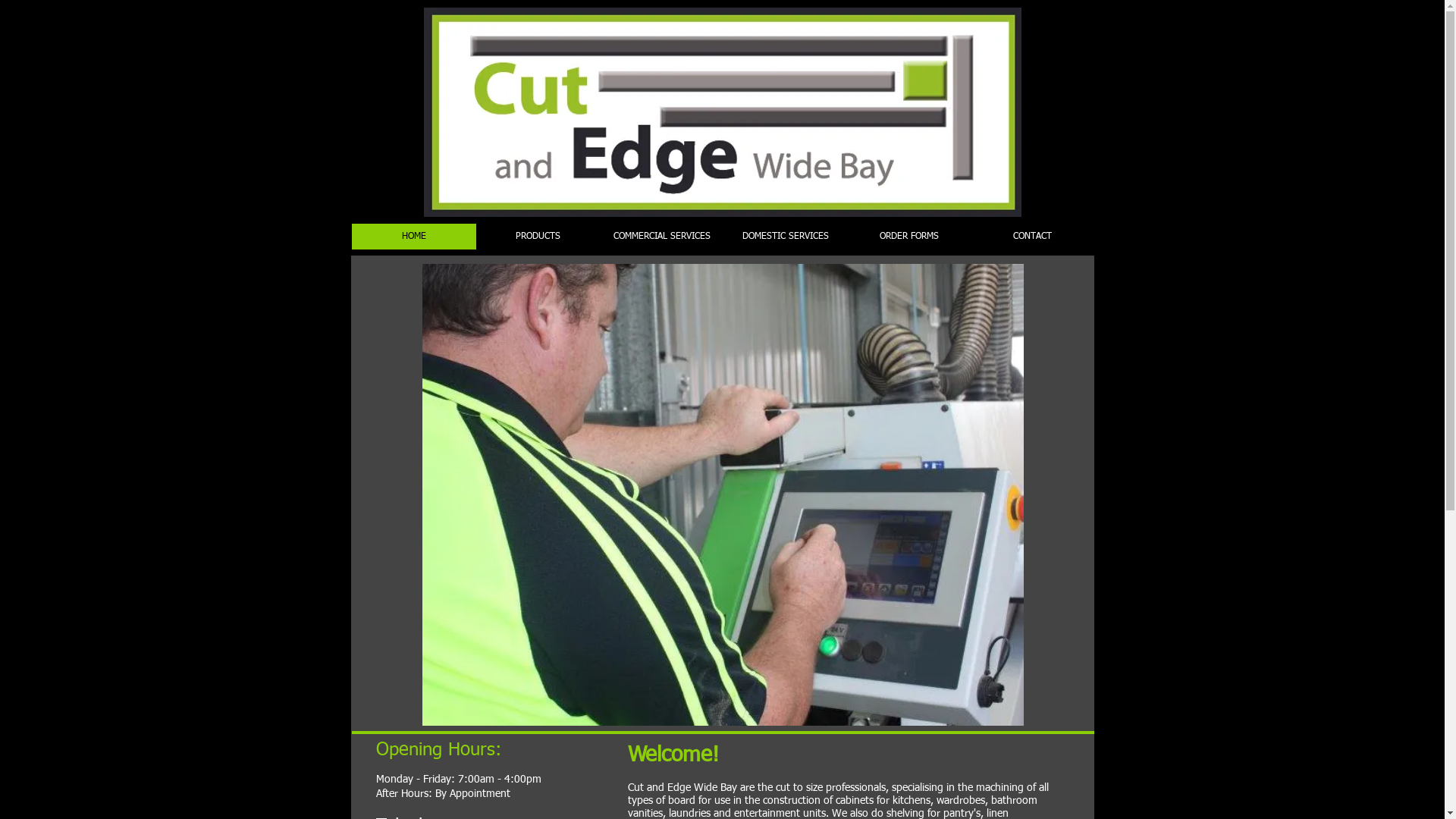 The height and width of the screenshot is (819, 1456). What do you see at coordinates (846, 237) in the screenshot?
I see `'ORDER FORMS'` at bounding box center [846, 237].